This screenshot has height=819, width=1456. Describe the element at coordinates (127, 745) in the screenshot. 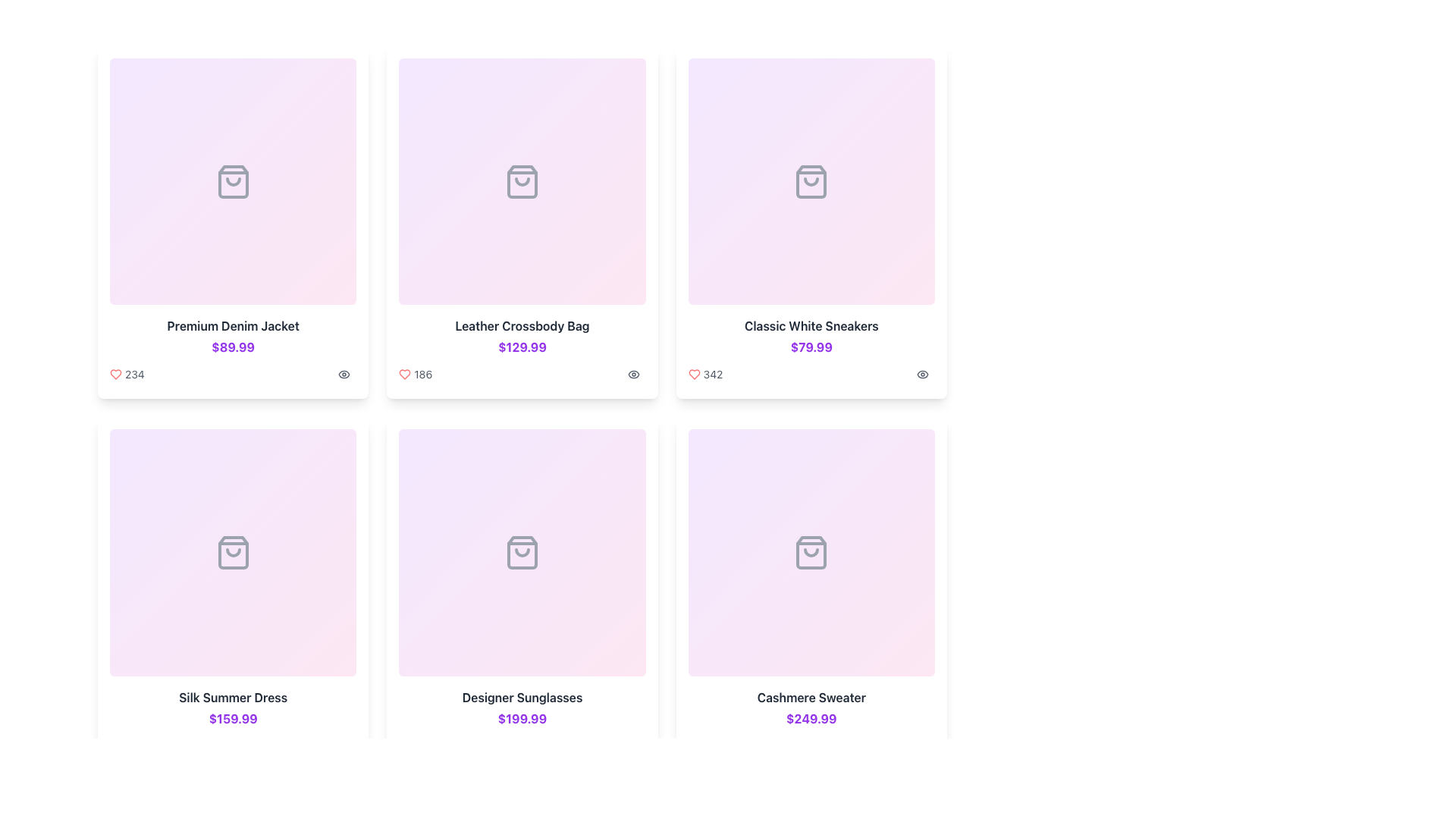

I see `the numeric count displayed on the Text label representing the number of likes or favorites for the 'Silk Summer Dress' card, located in the lower-left corner of the card` at that location.